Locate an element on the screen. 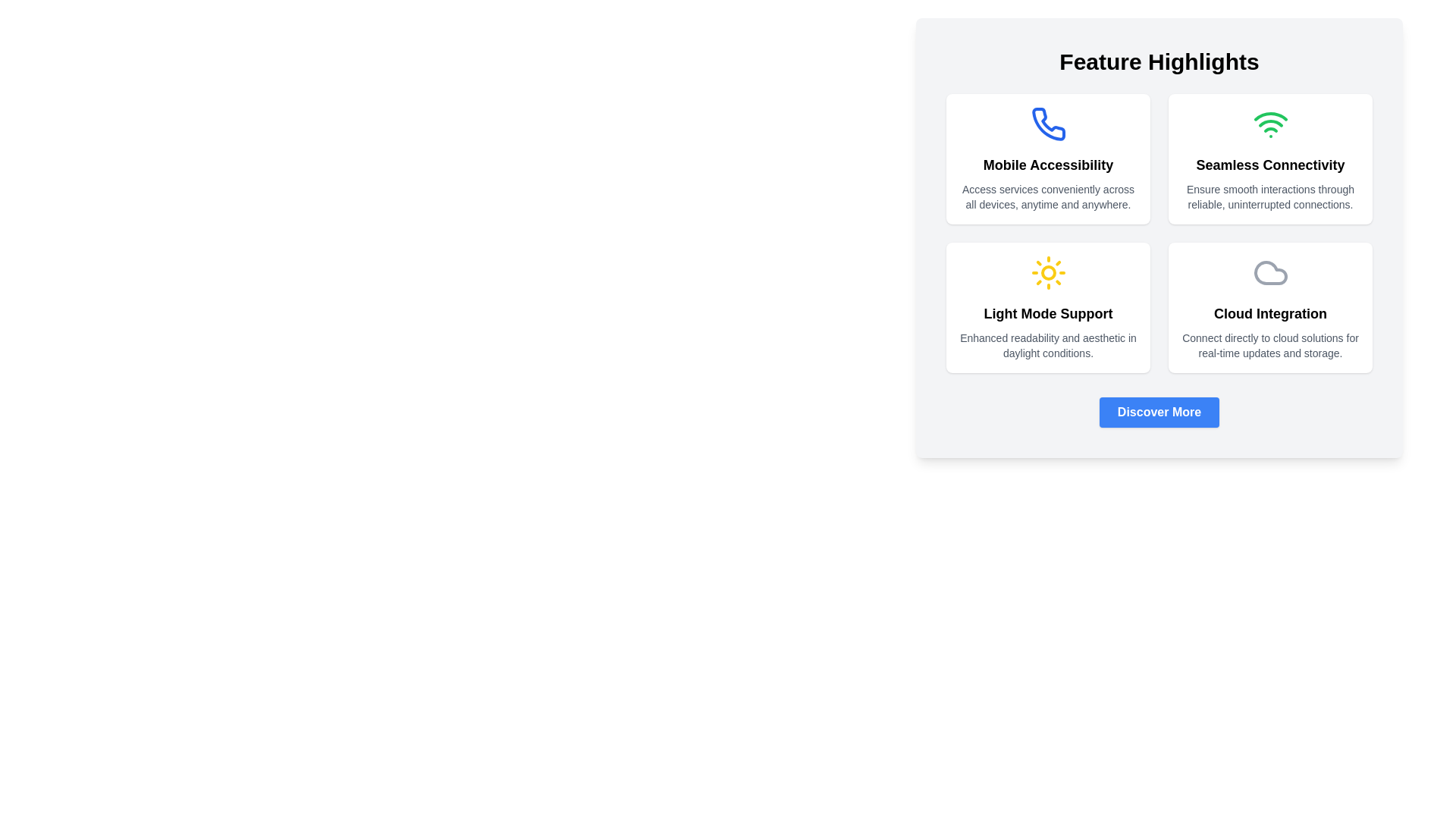 The image size is (1456, 819). the 'Discover More' button, which has a blue background and white bold text, located at the bottom center of the 'Feature Highlights' section is located at coordinates (1159, 412).